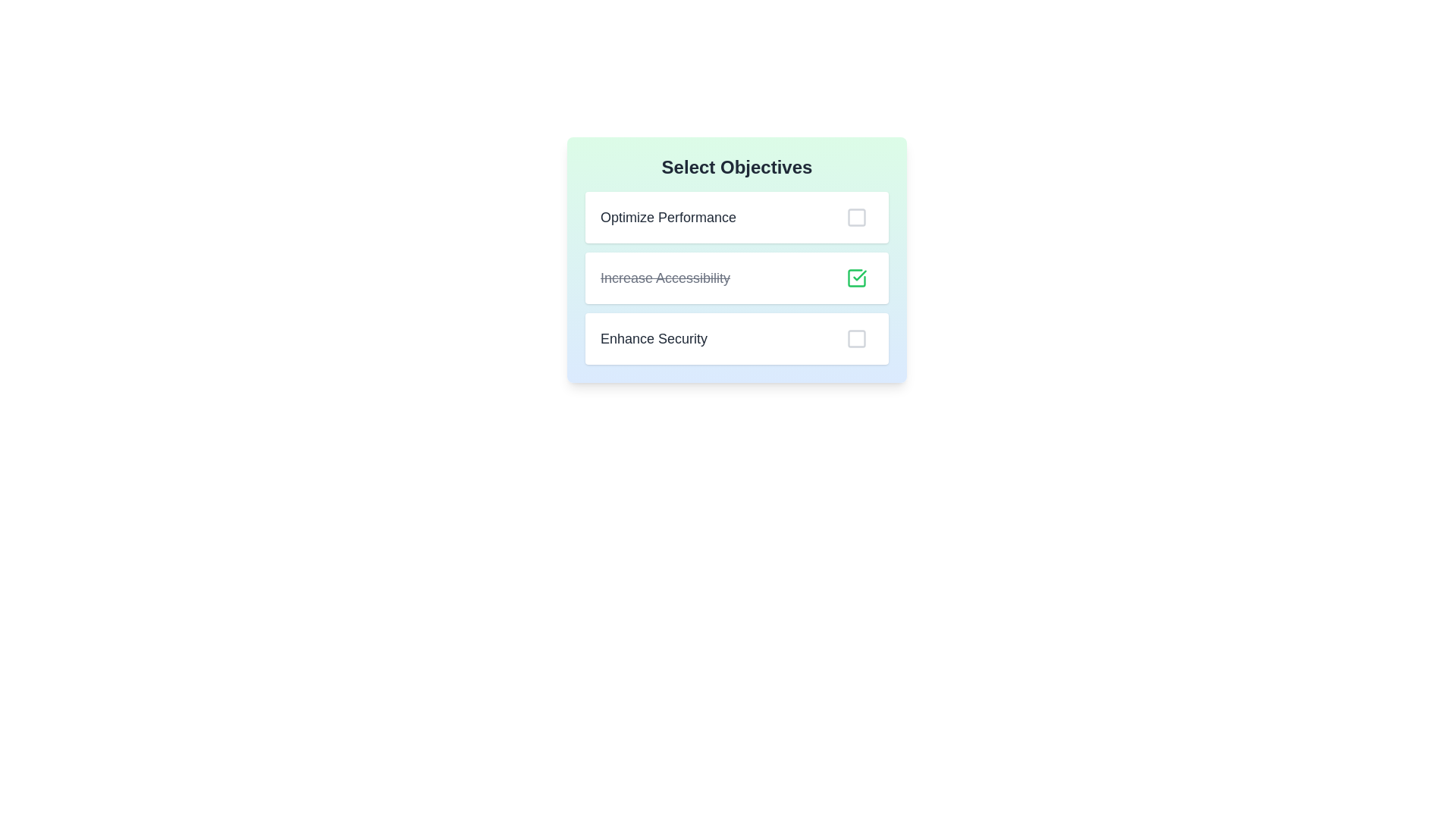 This screenshot has height=819, width=1456. Describe the element at coordinates (654, 338) in the screenshot. I see `the informational text label located in the third row of the 'Select Objectives' list, which describes the associated checkbox` at that location.